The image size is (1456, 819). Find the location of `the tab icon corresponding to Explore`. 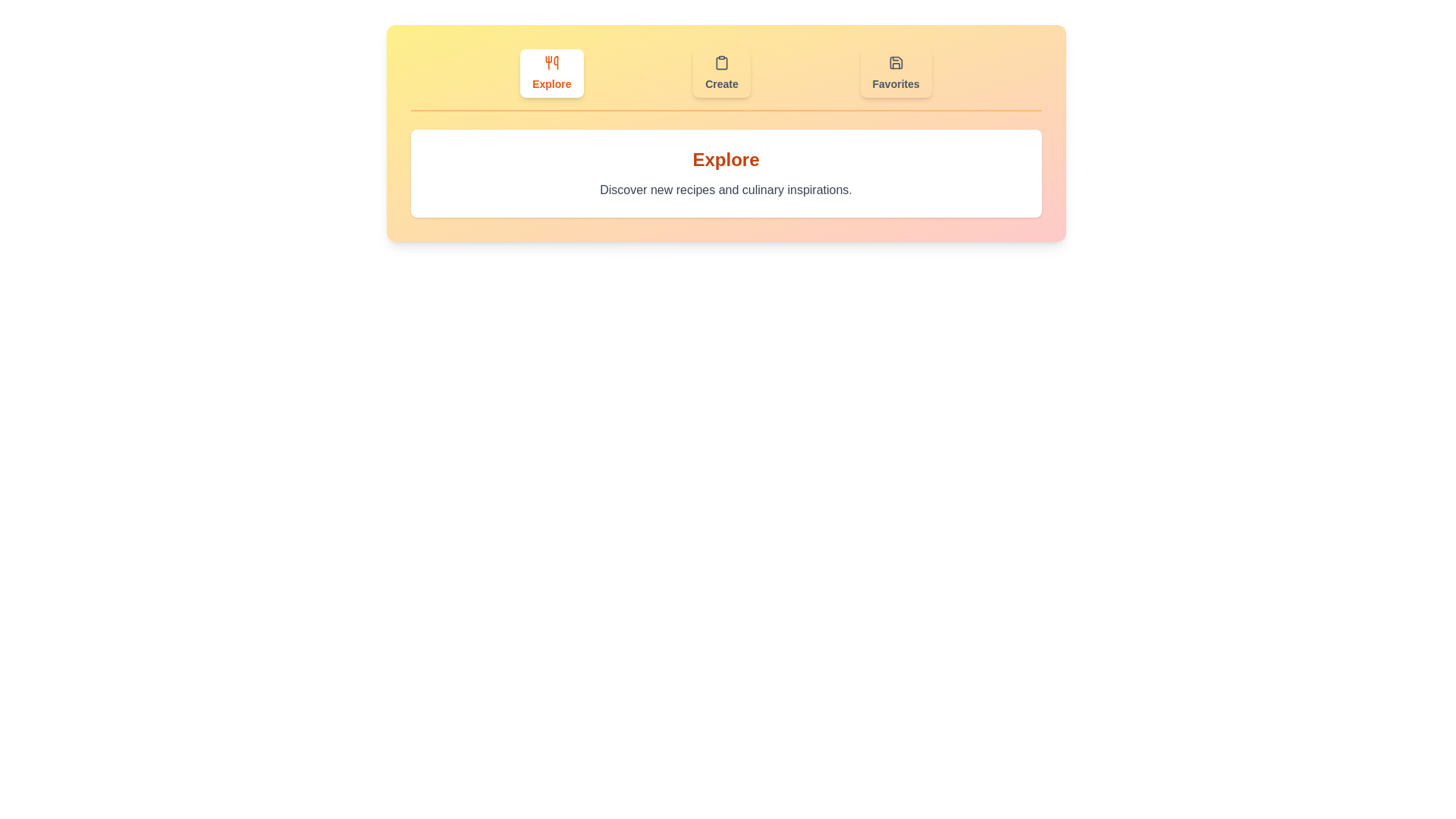

the tab icon corresponding to Explore is located at coordinates (551, 73).